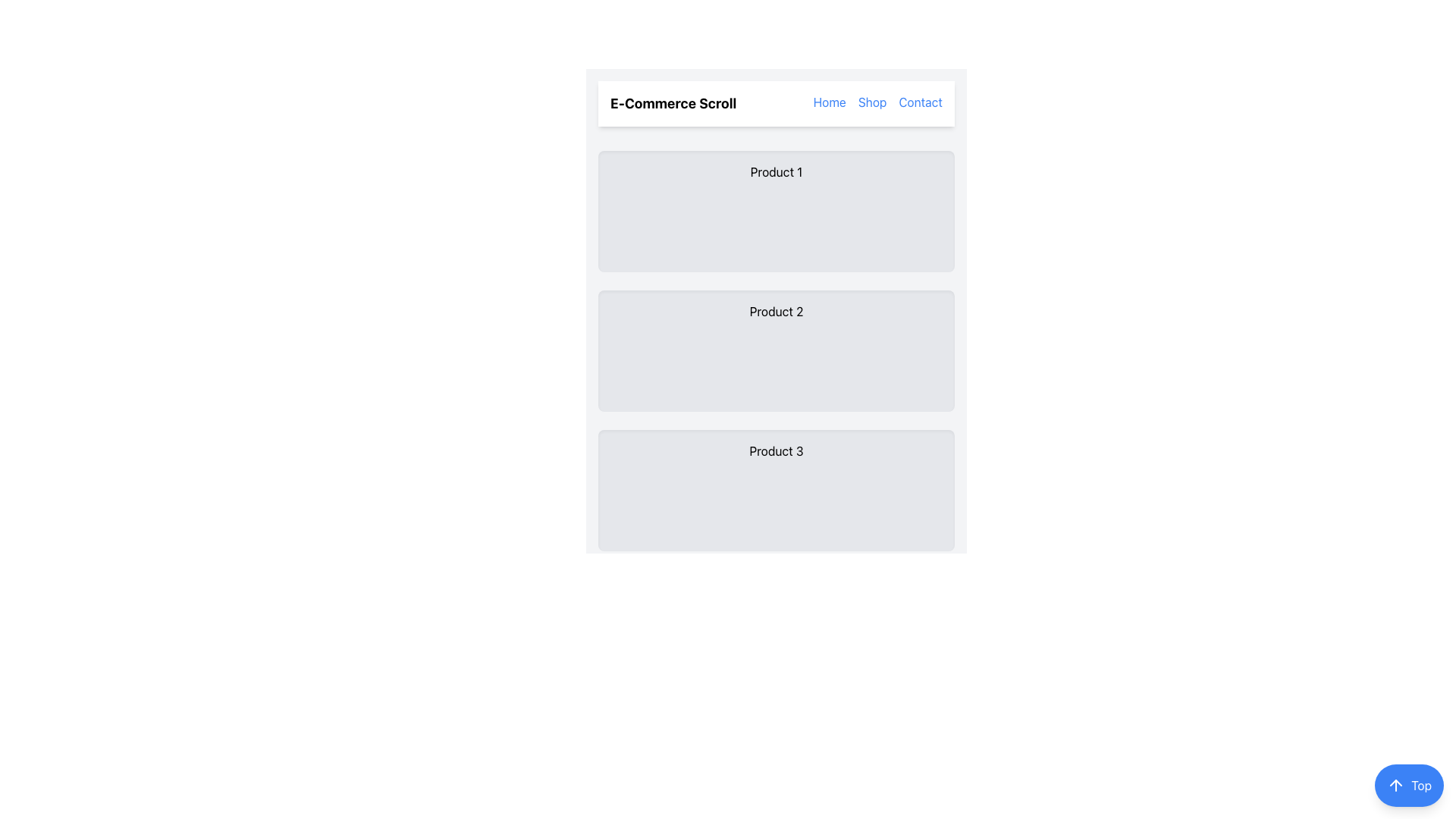 Image resolution: width=1456 pixels, height=819 pixels. Describe the element at coordinates (920, 102) in the screenshot. I see `the 'Contact' hyperlink in the top-right header section of the navigation bar` at that location.